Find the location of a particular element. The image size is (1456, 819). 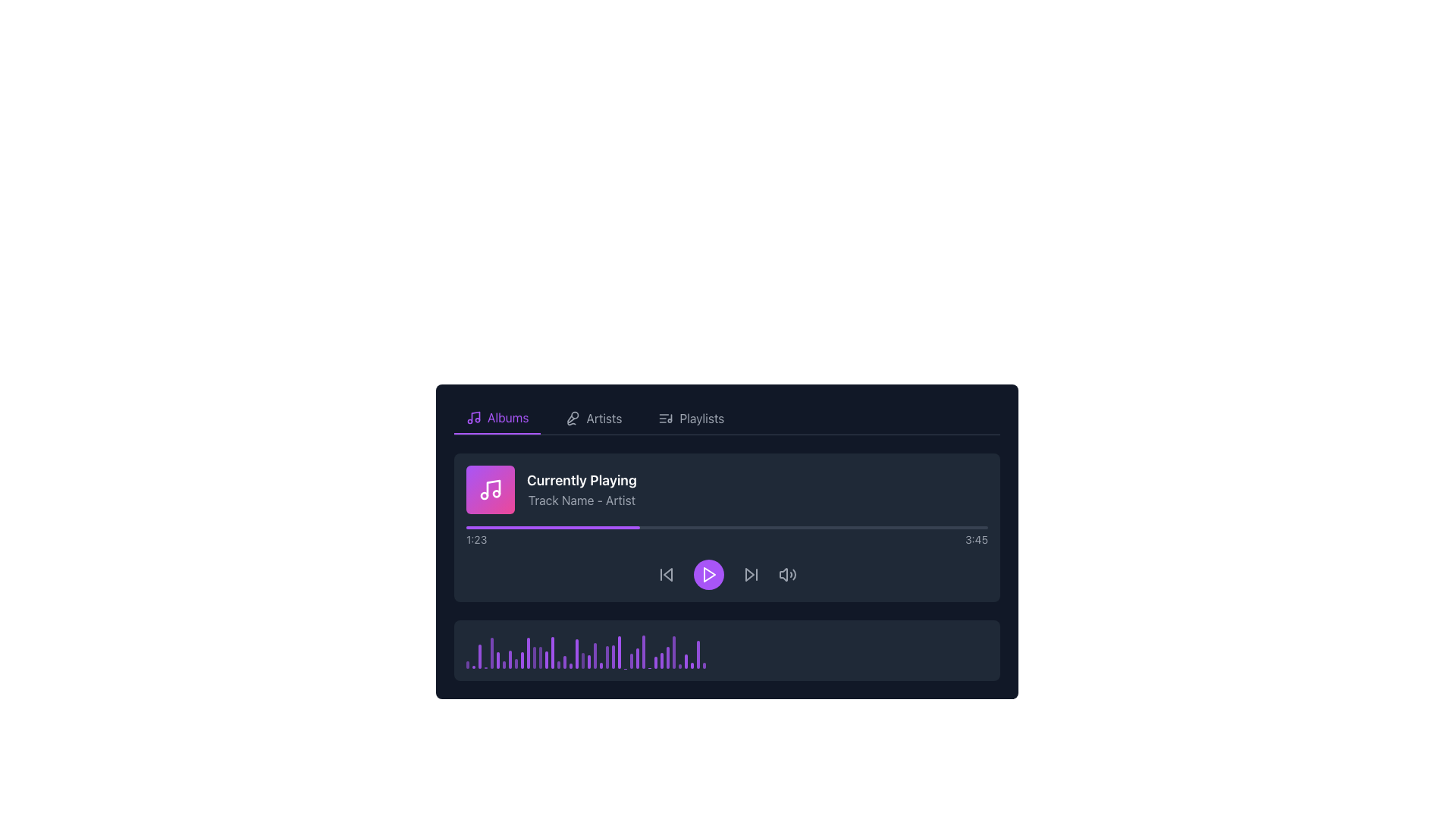

the visual bar representing audio amplitude, which is the twenty-fifth bar from the left in the waveform display located at the bottom of the interface is located at coordinates (619, 651).